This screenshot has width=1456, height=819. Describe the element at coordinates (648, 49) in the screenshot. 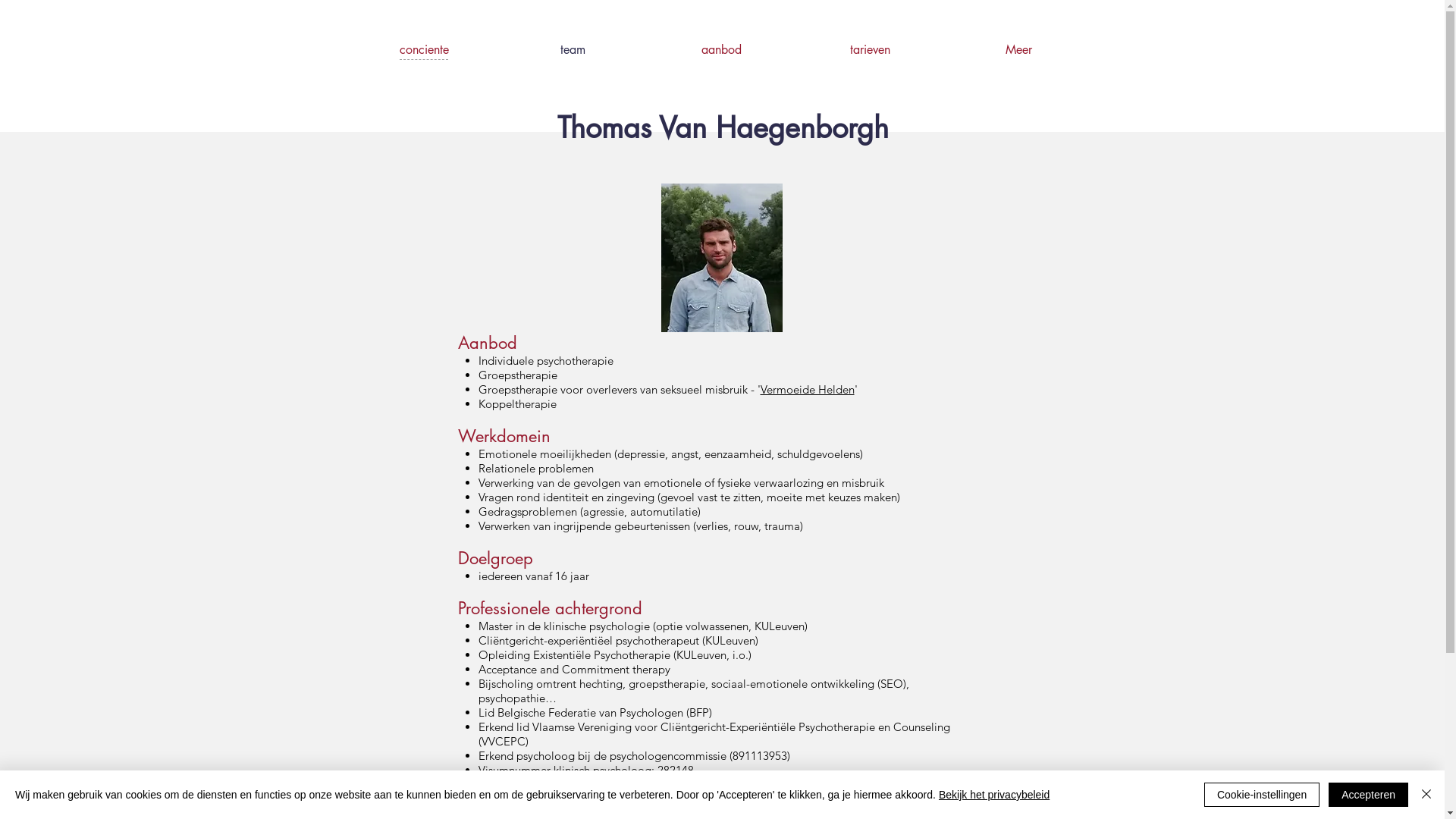

I see `'aanbod'` at that location.